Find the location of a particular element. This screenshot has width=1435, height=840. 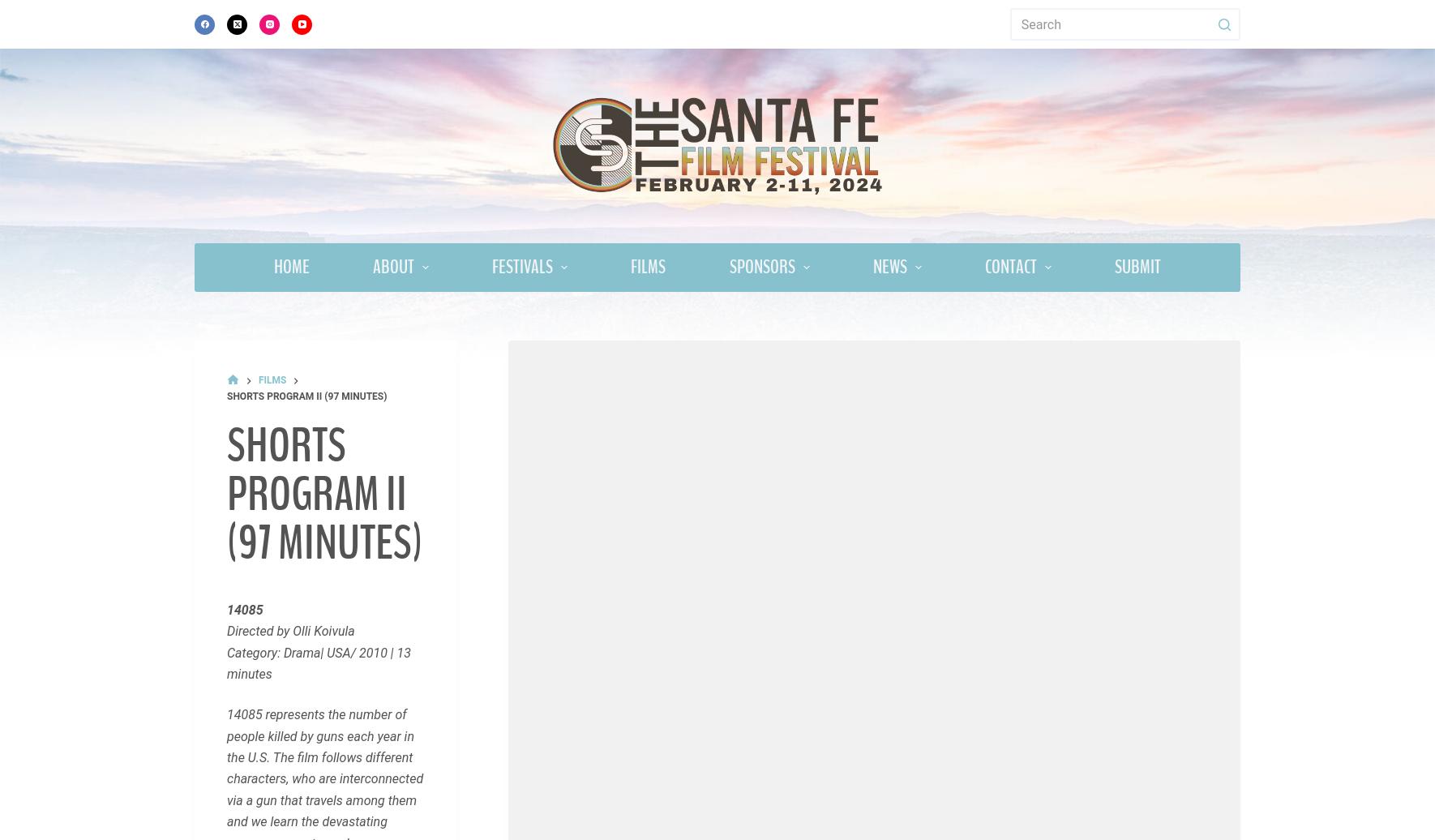

'“What goes around comes around. Come full circle. Karma. Sow the wind, reap the whirlwind. A person’s actions, whether good or bad, will have consequences for that person. Actions create an entire cycle of cause and effect.”' is located at coordinates (322, 395).